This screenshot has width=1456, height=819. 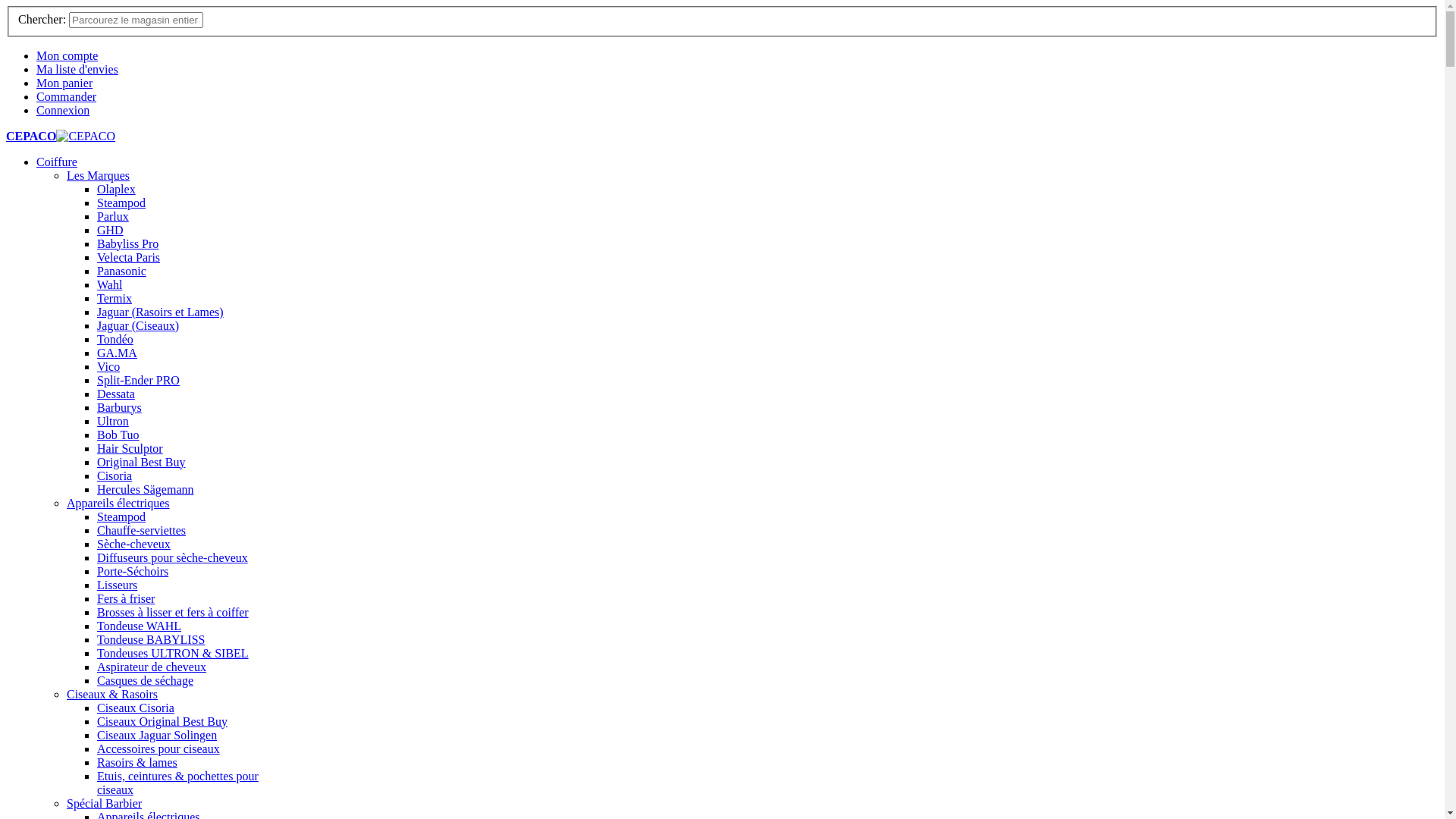 What do you see at coordinates (61, 109) in the screenshot?
I see `'Connexion'` at bounding box center [61, 109].